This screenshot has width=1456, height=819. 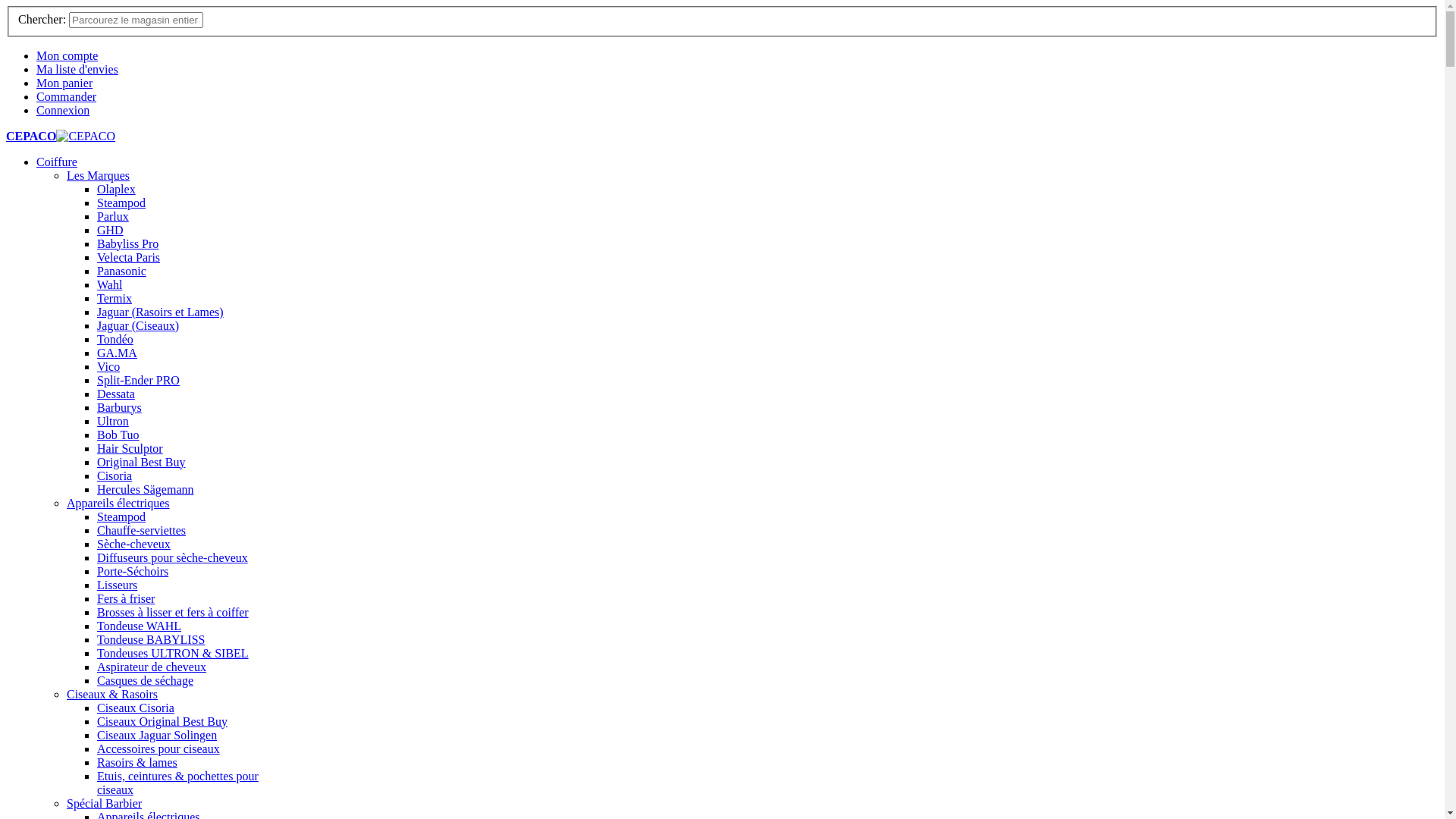 What do you see at coordinates (61, 109) in the screenshot?
I see `'Connexion'` at bounding box center [61, 109].